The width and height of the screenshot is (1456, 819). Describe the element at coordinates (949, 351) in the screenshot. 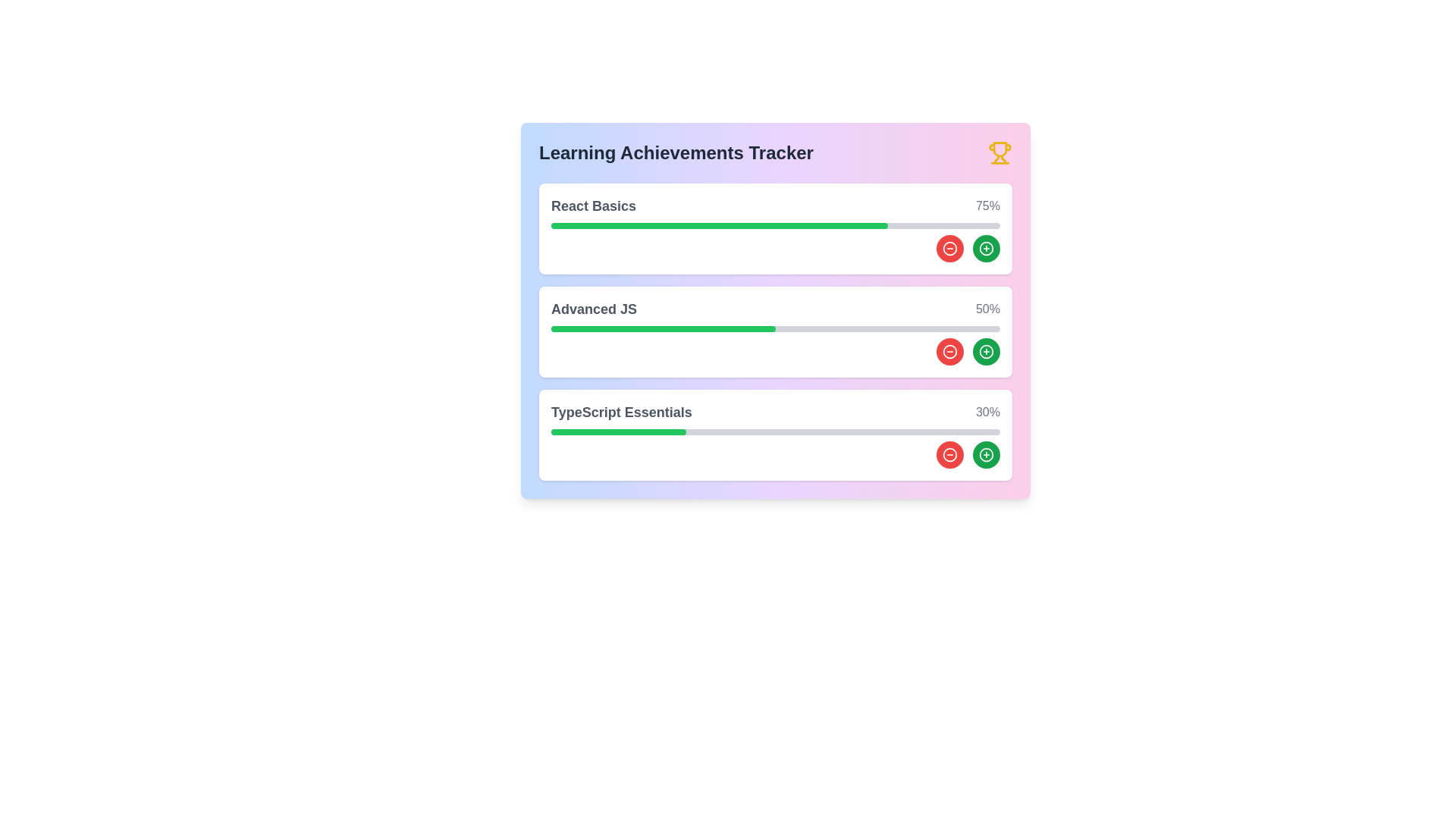

I see `the circular SVG element that serves as a button for removing or subtracting actions, located to the right of the progress bar` at that location.